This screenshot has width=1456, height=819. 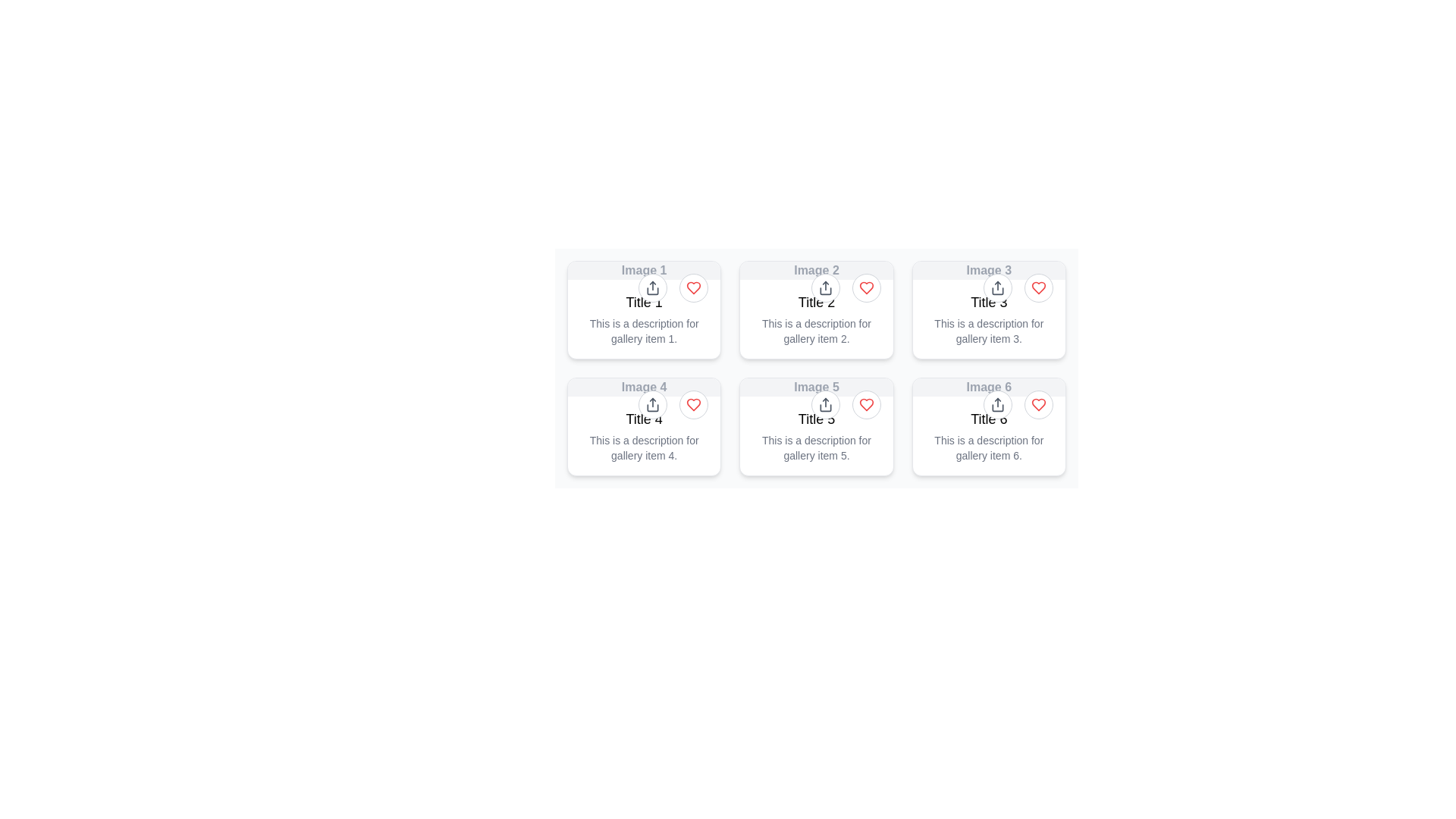 What do you see at coordinates (1037, 288) in the screenshot?
I see `the heart-shaped icon button, which is styled in bright red and located at the top-right corner of the card labeled 'Image 3', to favorite or unfavorite it` at bounding box center [1037, 288].